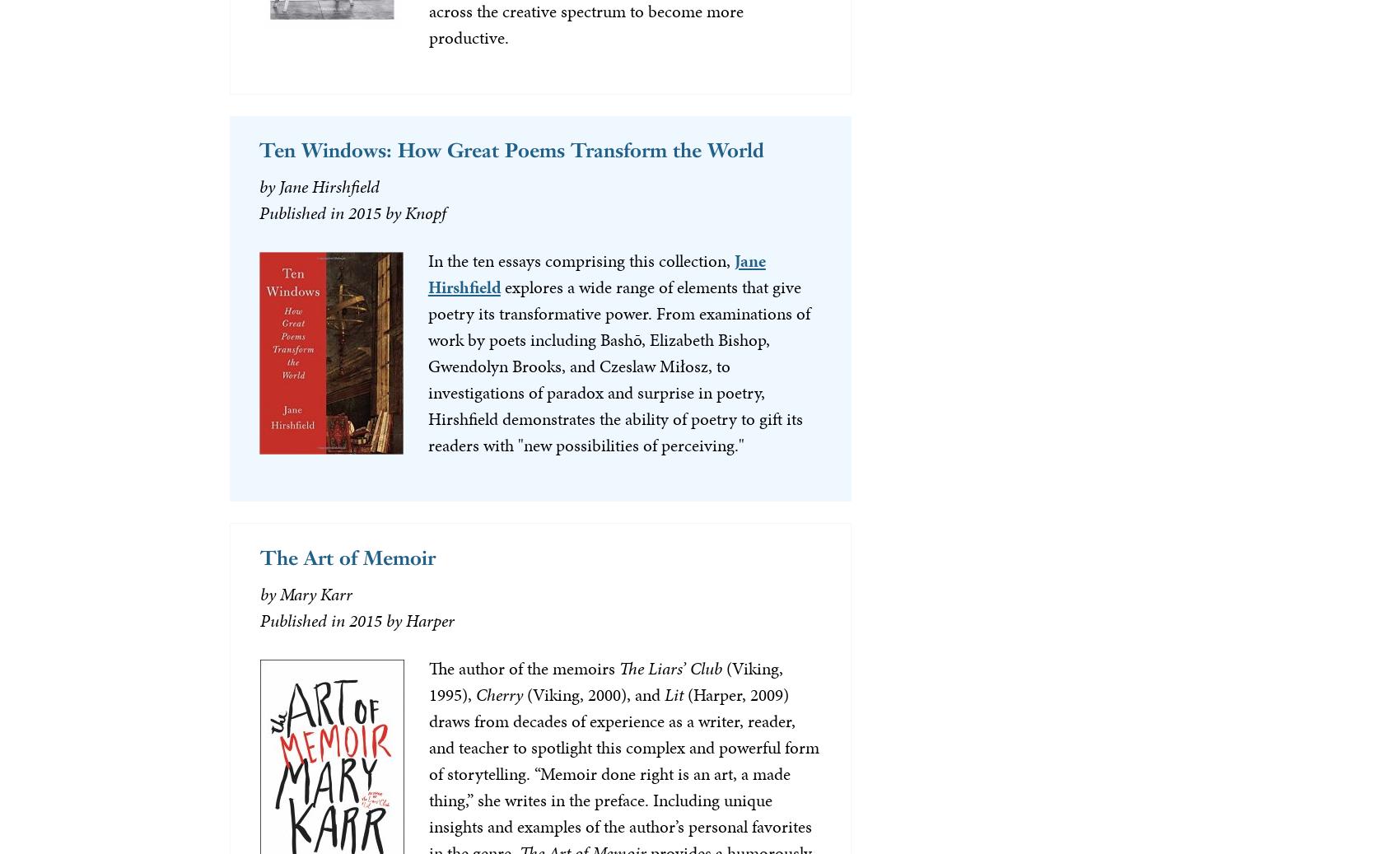  What do you see at coordinates (315, 594) in the screenshot?
I see `'Mary Karr'` at bounding box center [315, 594].